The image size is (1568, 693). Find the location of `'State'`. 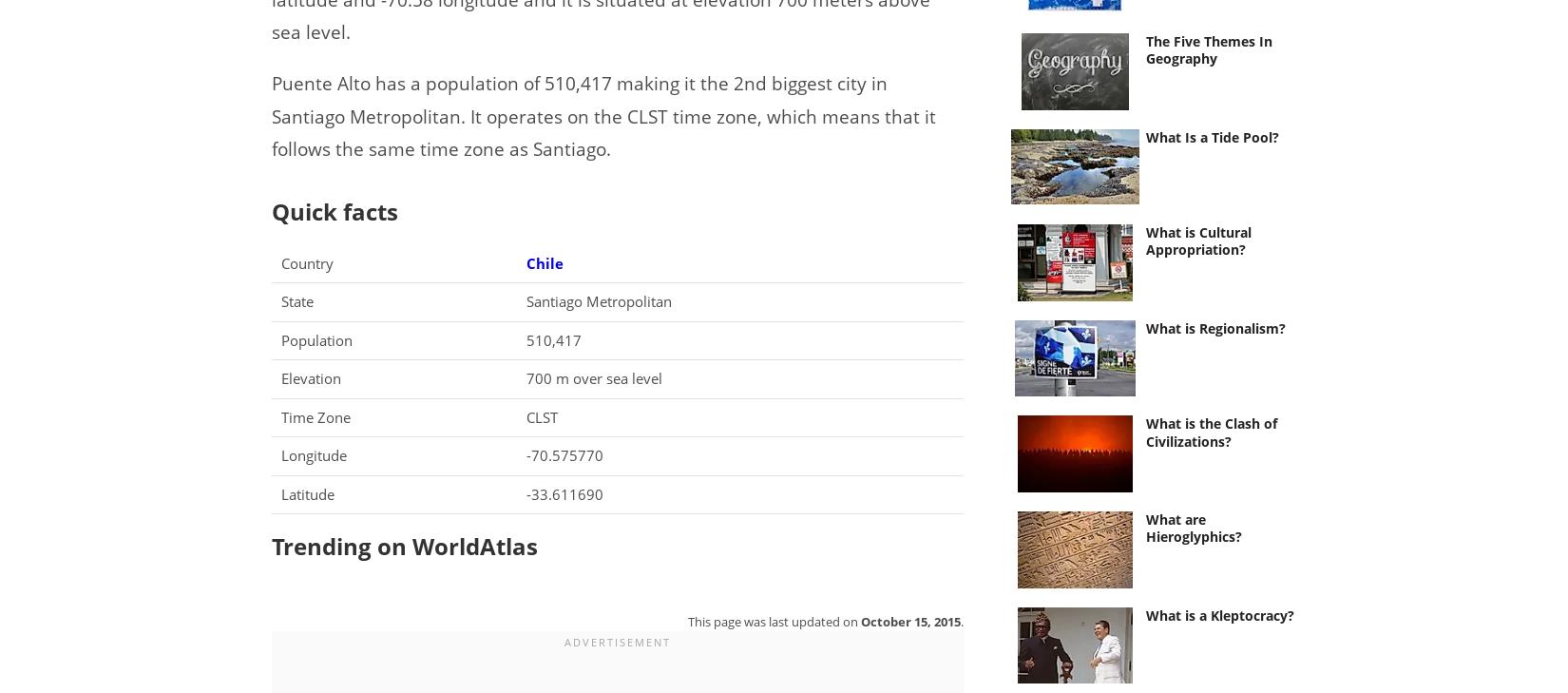

'State' is located at coordinates (297, 299).